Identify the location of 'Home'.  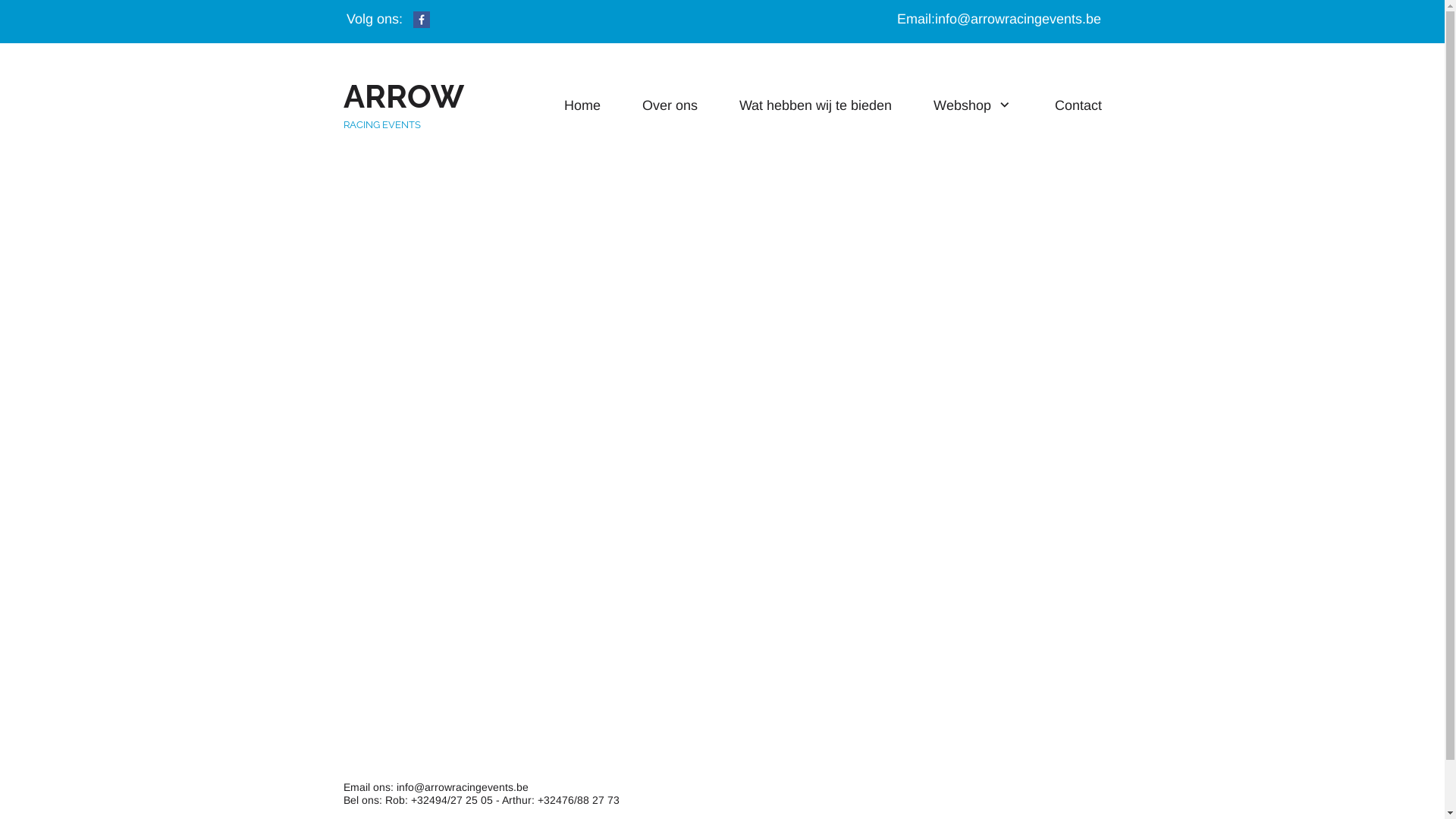
(563, 104).